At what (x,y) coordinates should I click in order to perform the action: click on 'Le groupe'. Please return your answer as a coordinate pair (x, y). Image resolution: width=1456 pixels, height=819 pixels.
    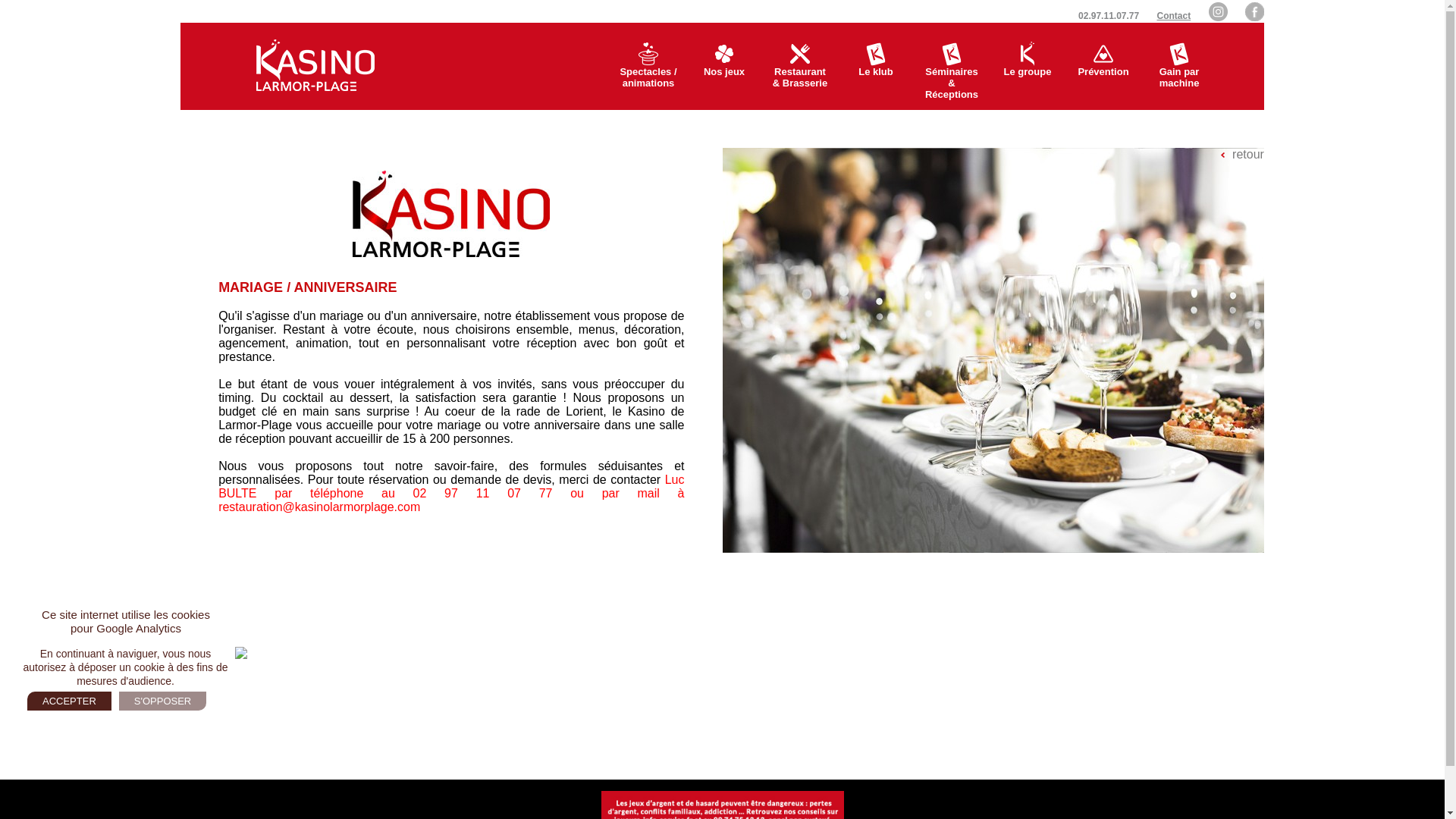
    Looking at the image, I should click on (1027, 65).